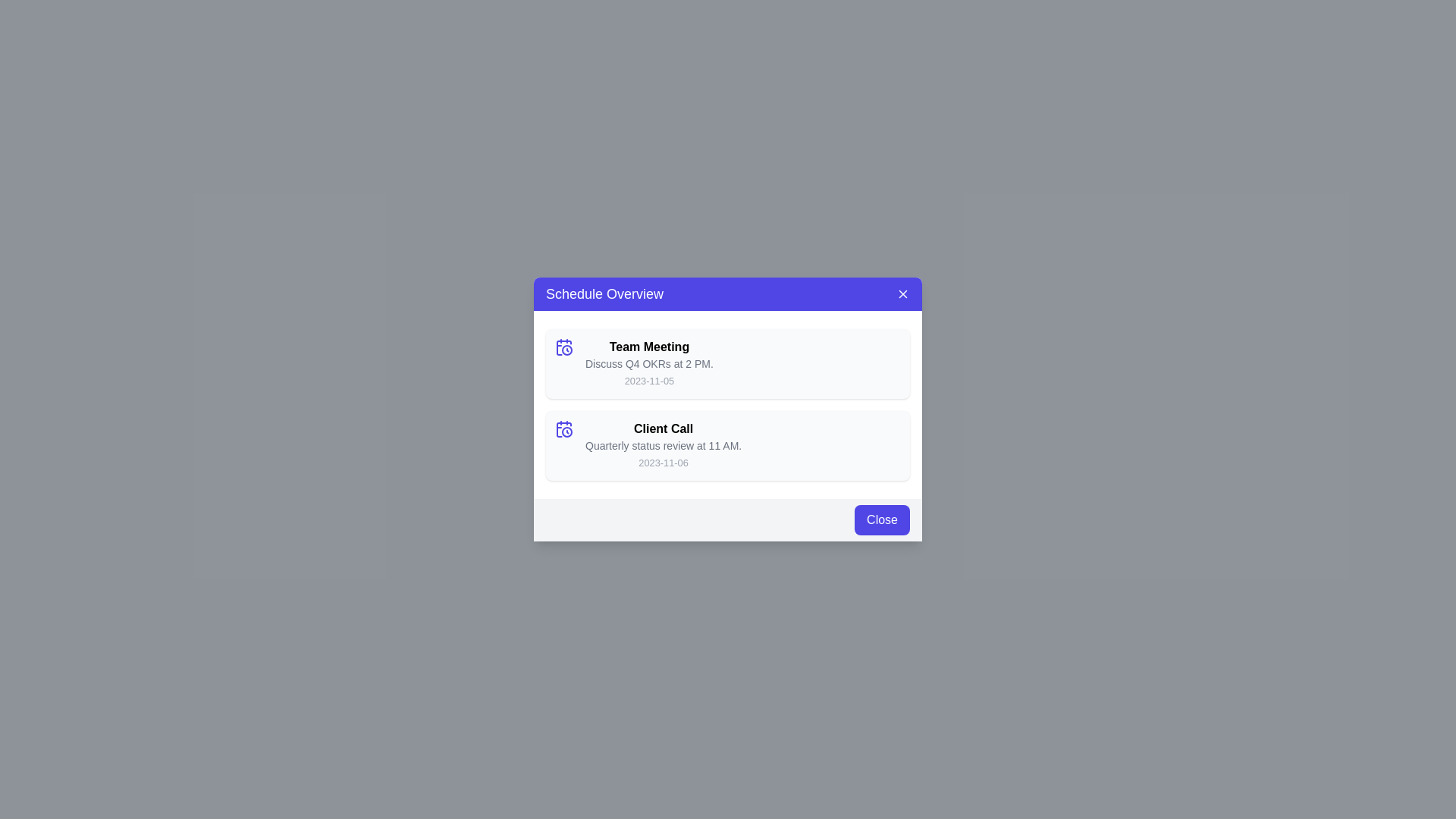 This screenshot has height=819, width=1456. Describe the element at coordinates (649, 380) in the screenshot. I see `the non-interactive text label displaying the scheduling date for the 'Team Meeting' located at the bottom right of the 'Schedule Overview' dialog box` at that location.